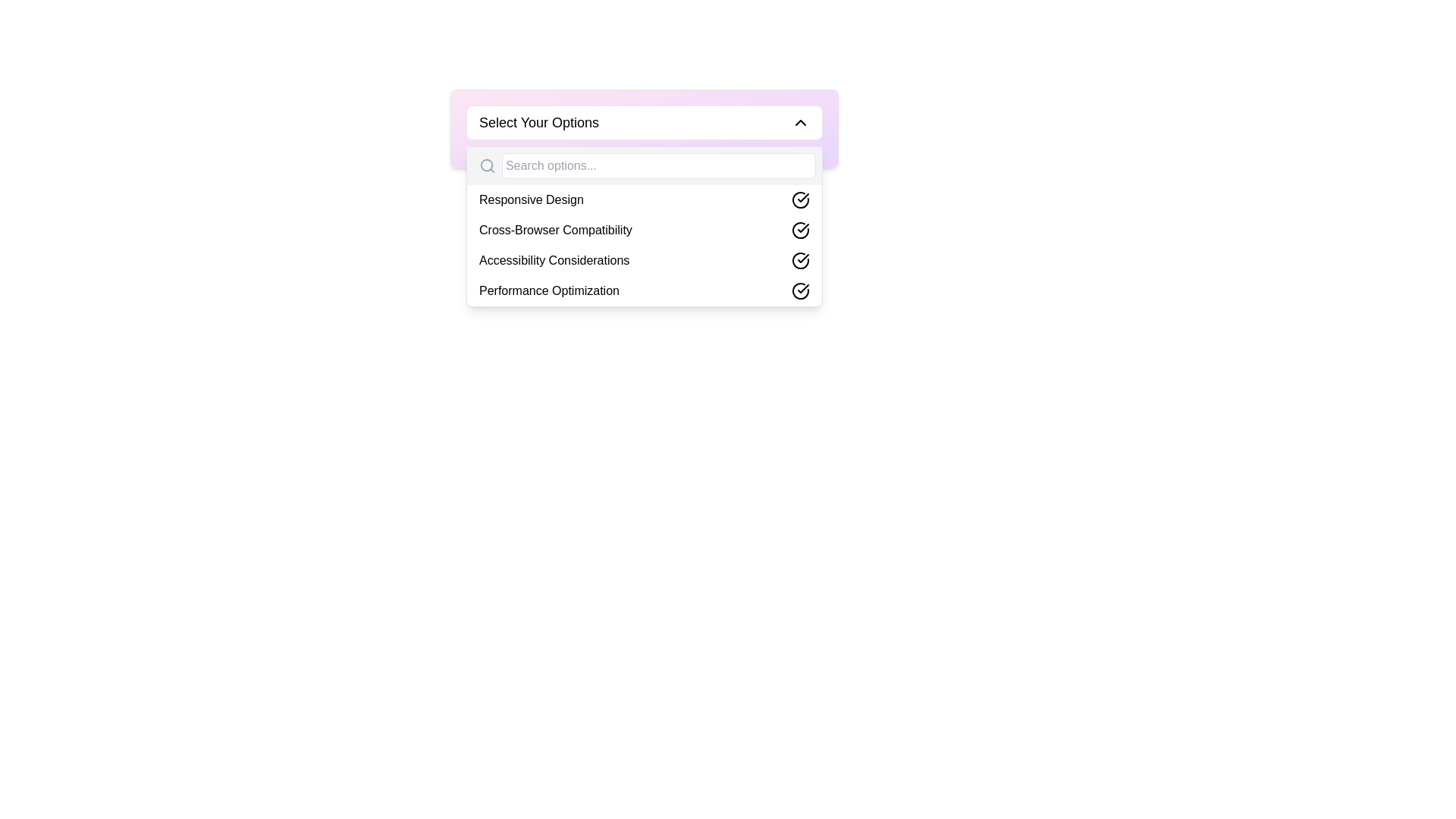 This screenshot has height=819, width=1456. Describe the element at coordinates (488, 166) in the screenshot. I see `the search icon located on the left side of the search input field` at that location.